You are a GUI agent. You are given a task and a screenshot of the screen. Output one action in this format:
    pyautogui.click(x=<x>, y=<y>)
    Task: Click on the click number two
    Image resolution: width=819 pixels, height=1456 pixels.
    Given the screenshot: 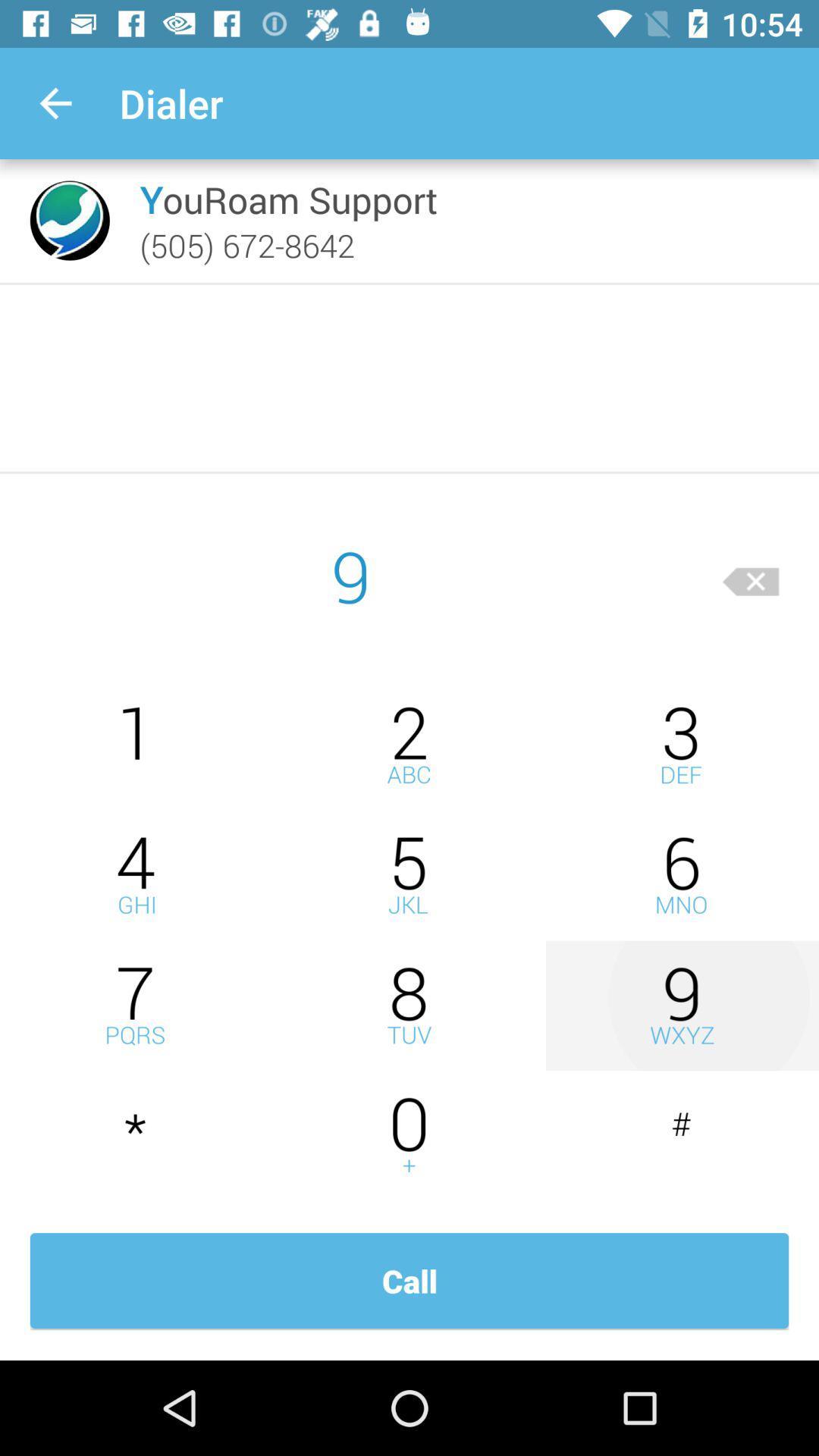 What is the action you would take?
    pyautogui.click(x=409, y=745)
    